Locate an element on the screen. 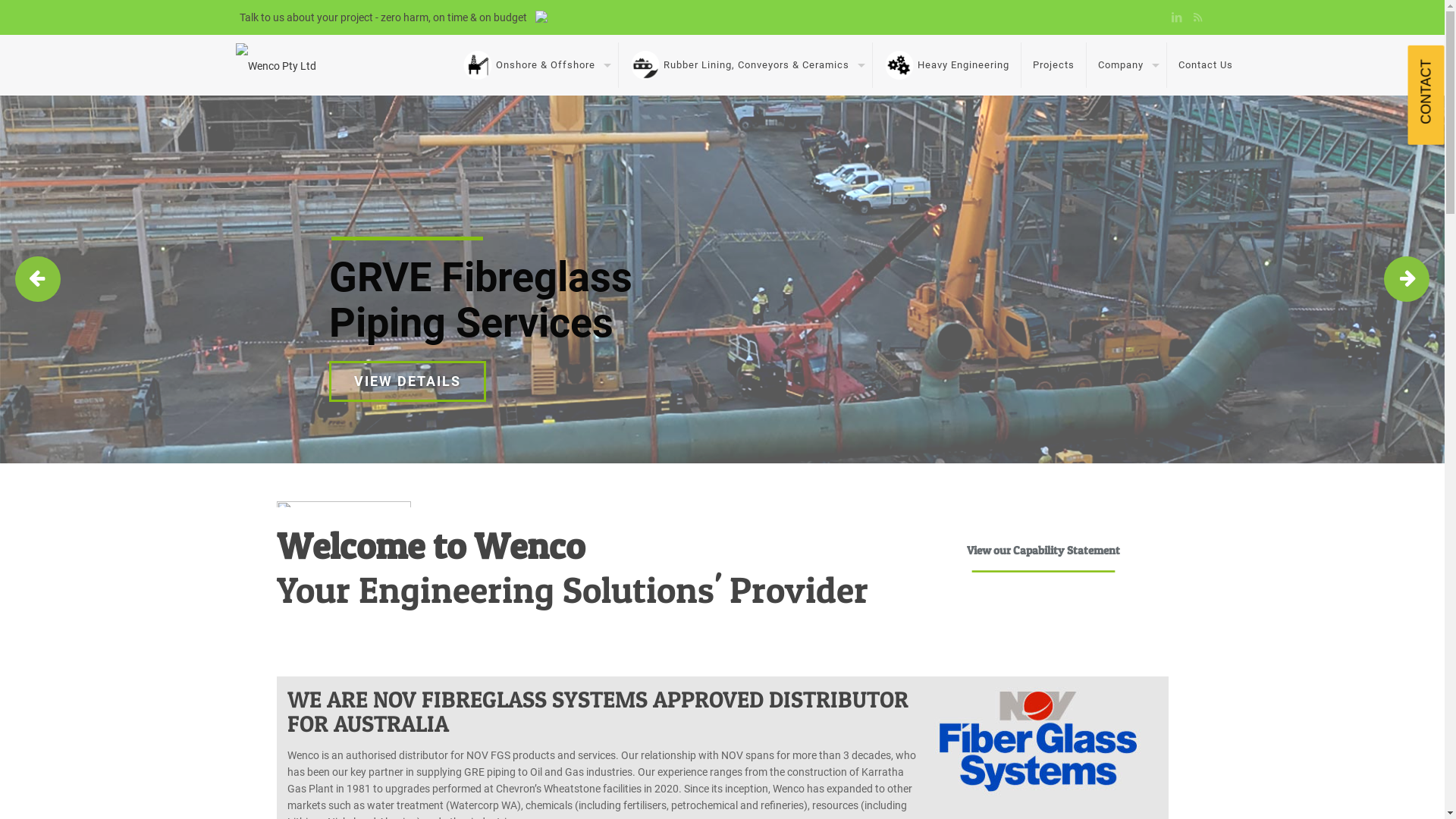 This screenshot has height=819, width=1456. 'LinkedIn' is located at coordinates (1176, 17).